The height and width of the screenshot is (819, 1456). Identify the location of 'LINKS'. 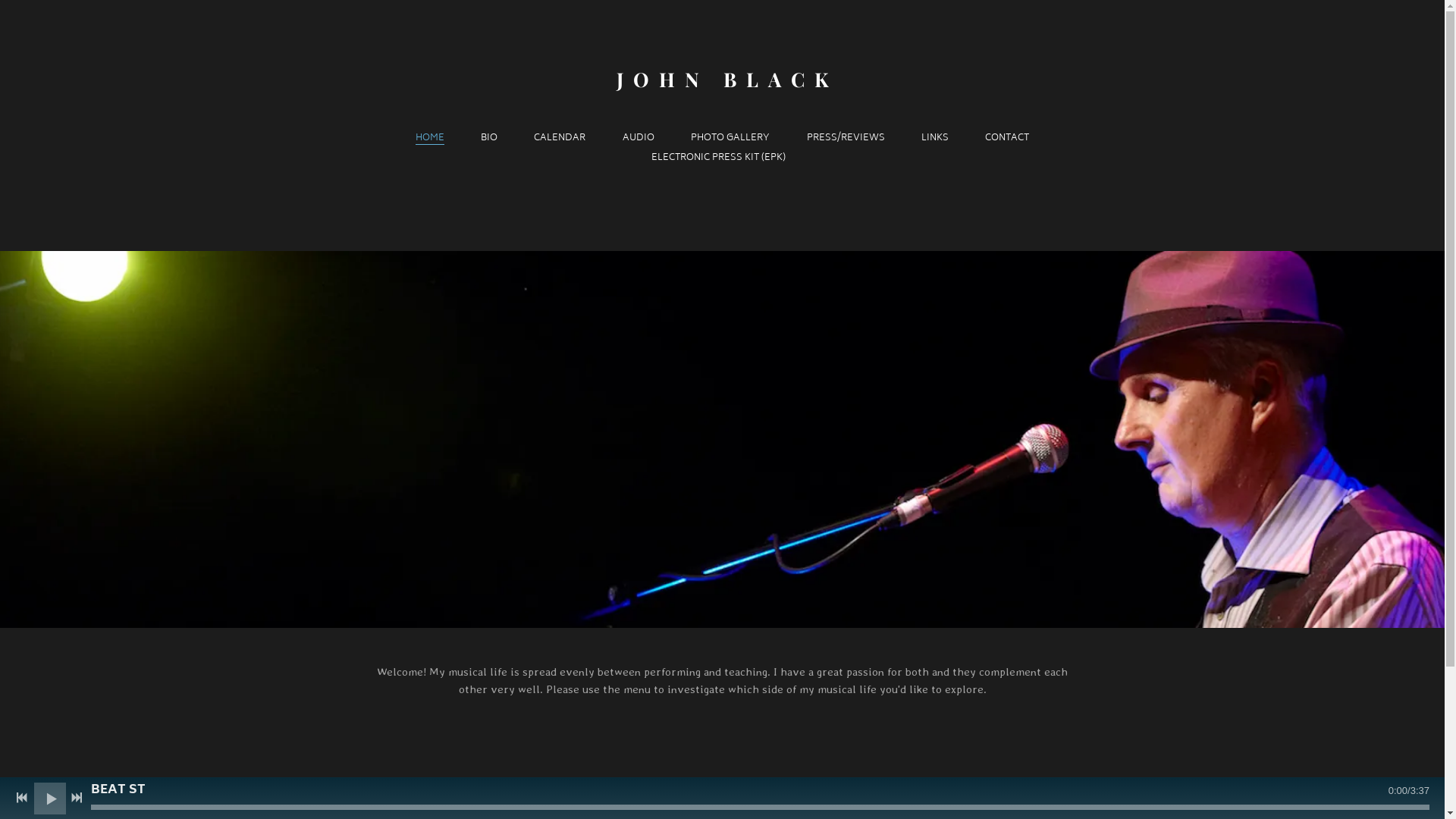
(934, 138).